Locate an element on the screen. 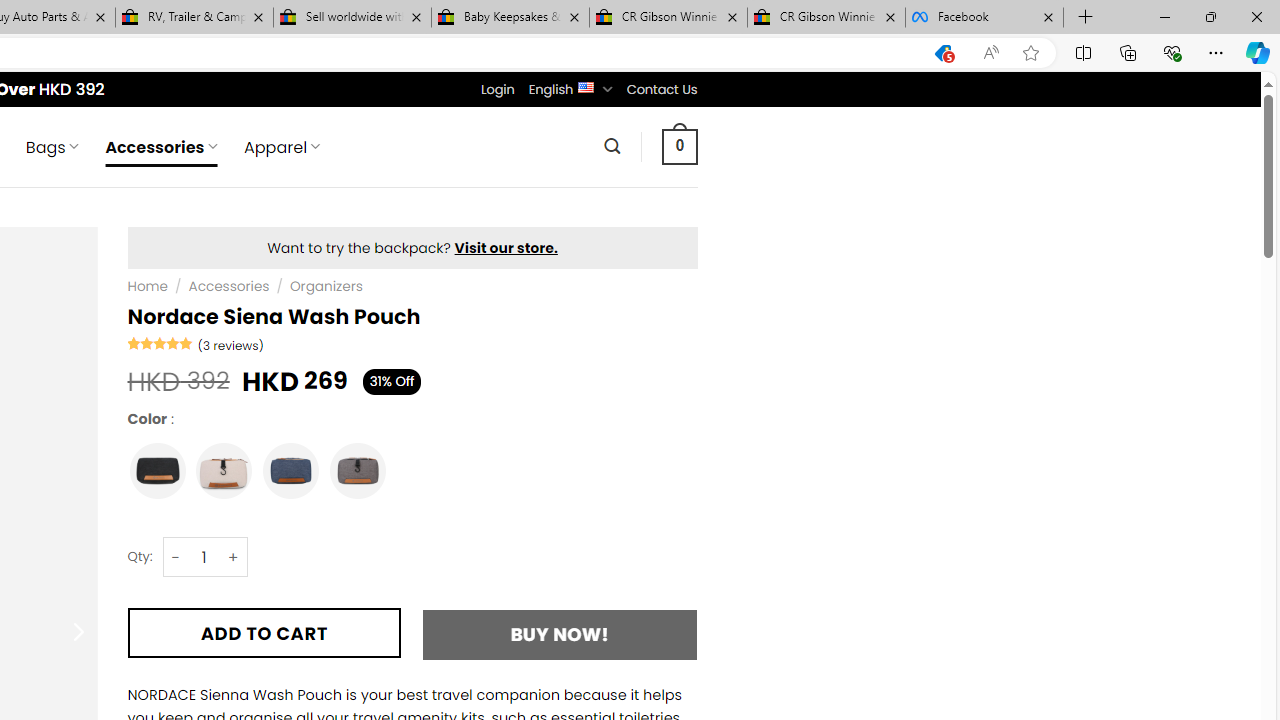 The height and width of the screenshot is (720, 1280). ' 0 ' is located at coordinates (679, 145).